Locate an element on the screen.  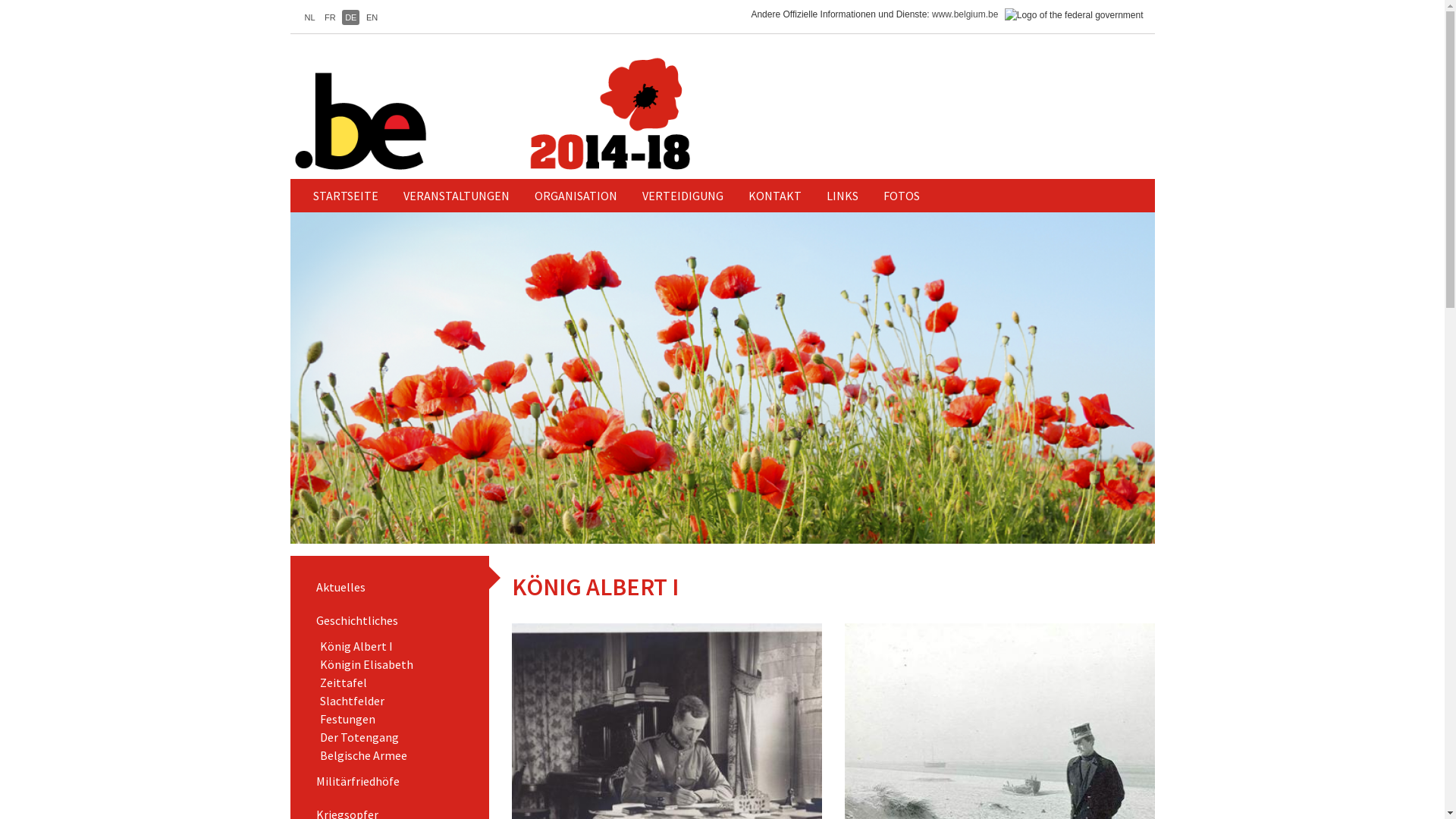
'STARTSEITE' is located at coordinates (302, 195).